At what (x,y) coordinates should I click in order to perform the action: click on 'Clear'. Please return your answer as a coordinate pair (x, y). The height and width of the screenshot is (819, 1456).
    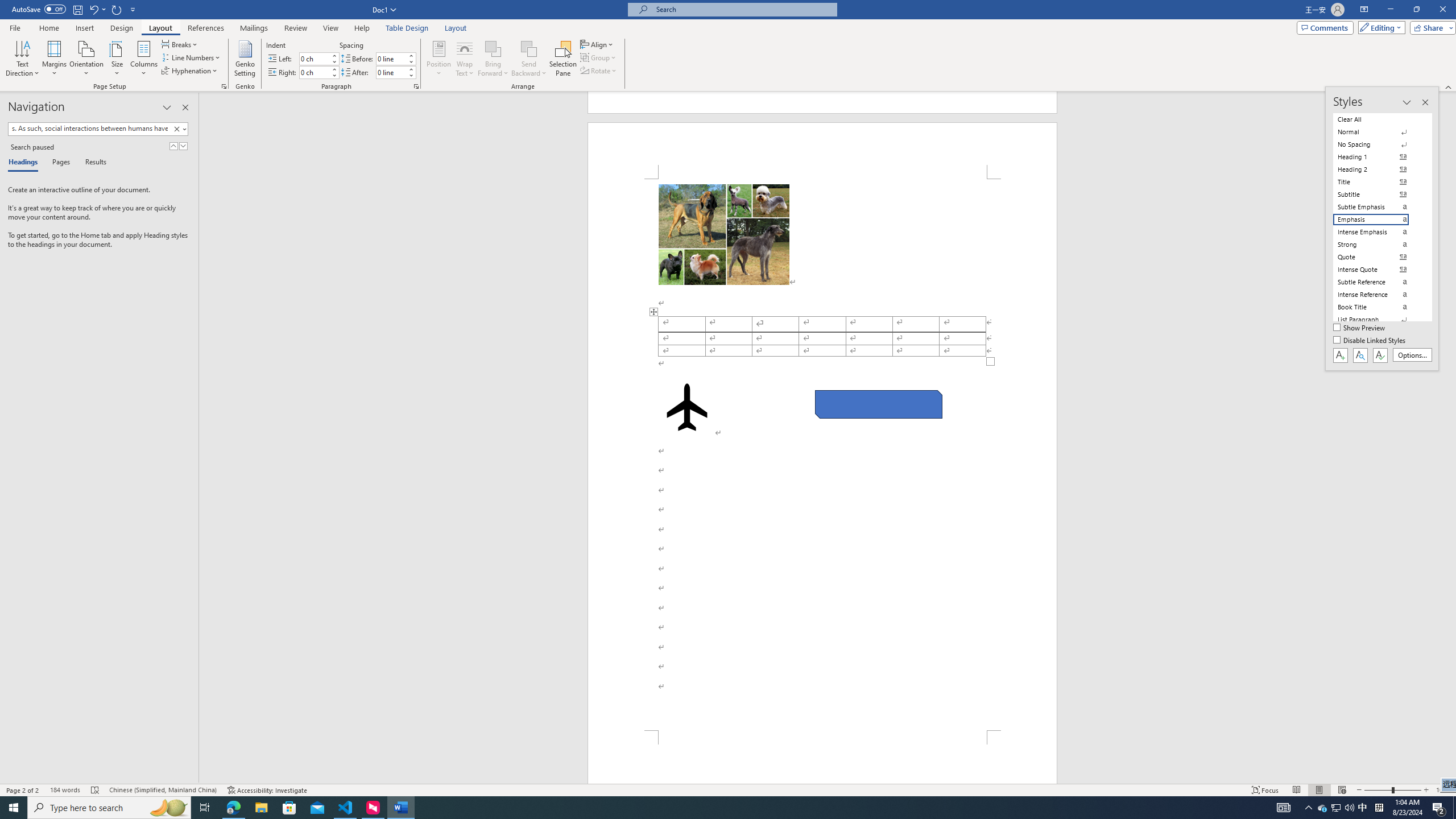
    Looking at the image, I should click on (176, 128).